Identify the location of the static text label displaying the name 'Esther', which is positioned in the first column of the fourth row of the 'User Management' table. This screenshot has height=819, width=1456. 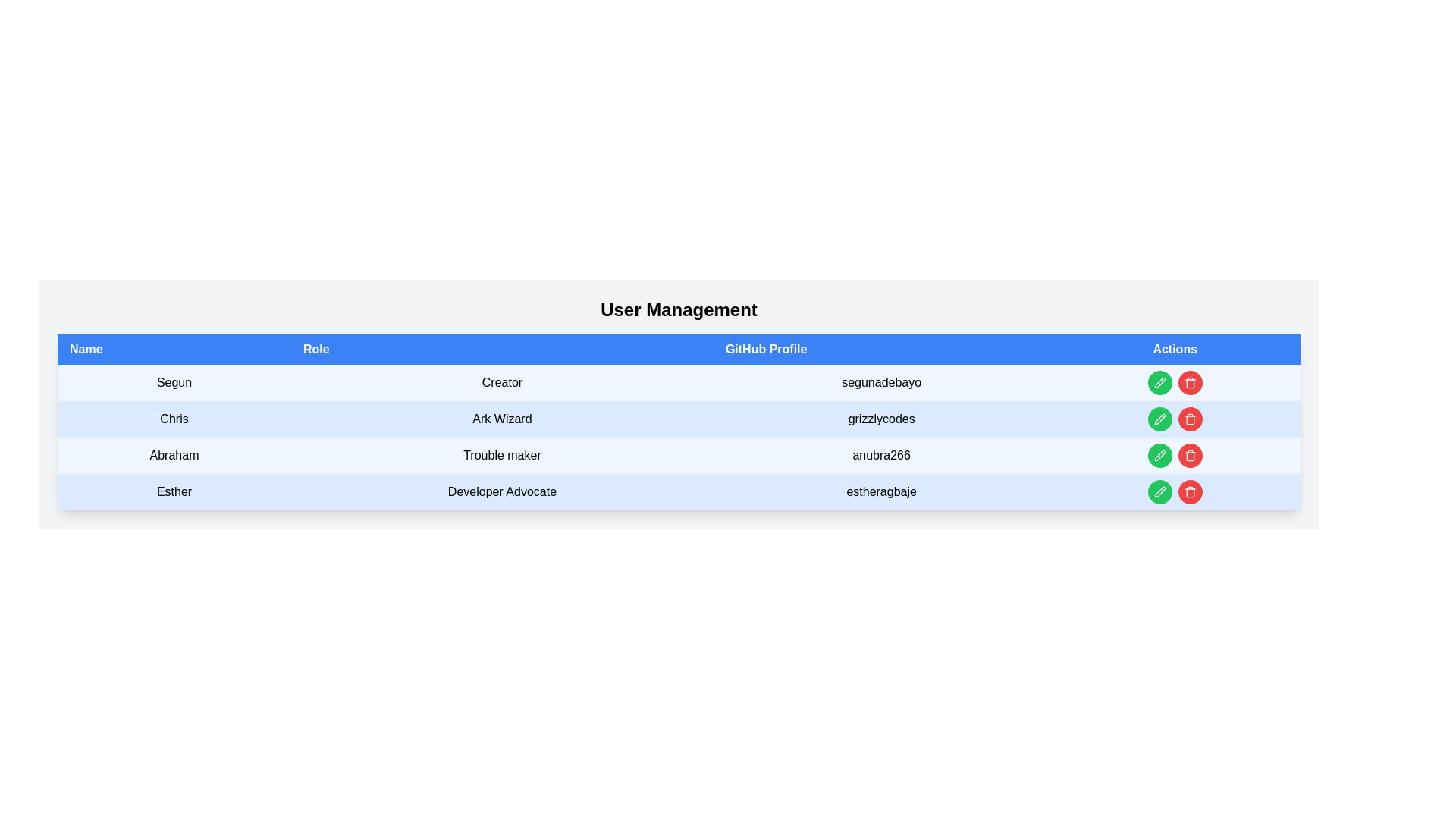
(174, 491).